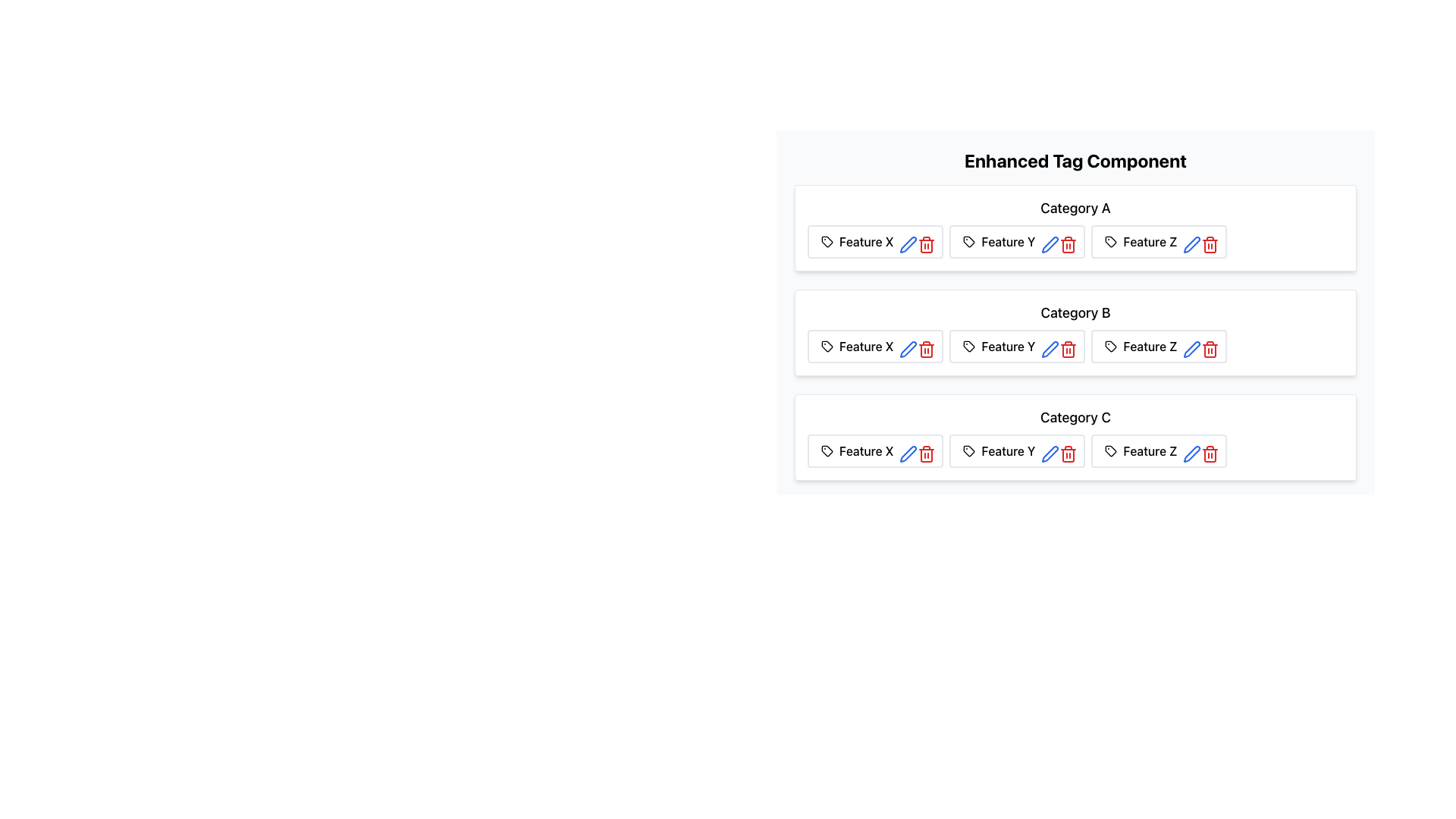 This screenshot has height=819, width=1456. I want to click on the red trash bin icon, which is the third icon within the yellow card labeled 'Feature Y', so click(1065, 241).